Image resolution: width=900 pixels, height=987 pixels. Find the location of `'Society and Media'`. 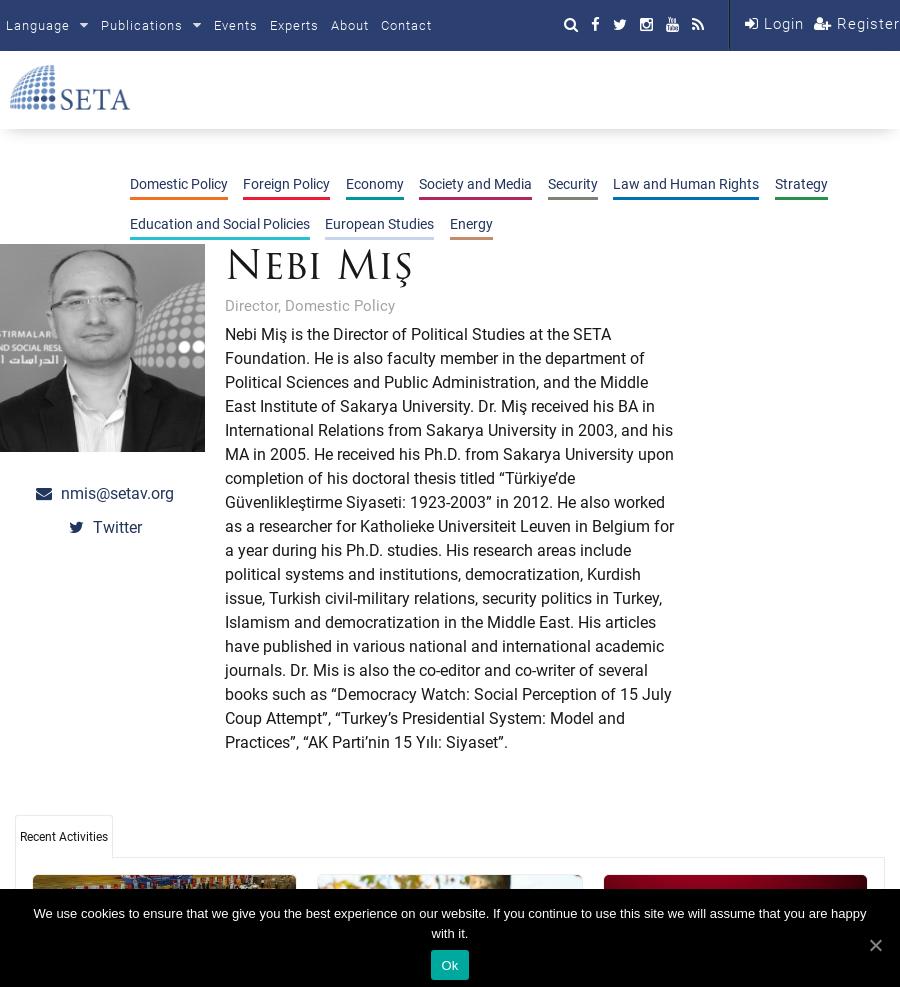

'Society and Media' is located at coordinates (474, 182).